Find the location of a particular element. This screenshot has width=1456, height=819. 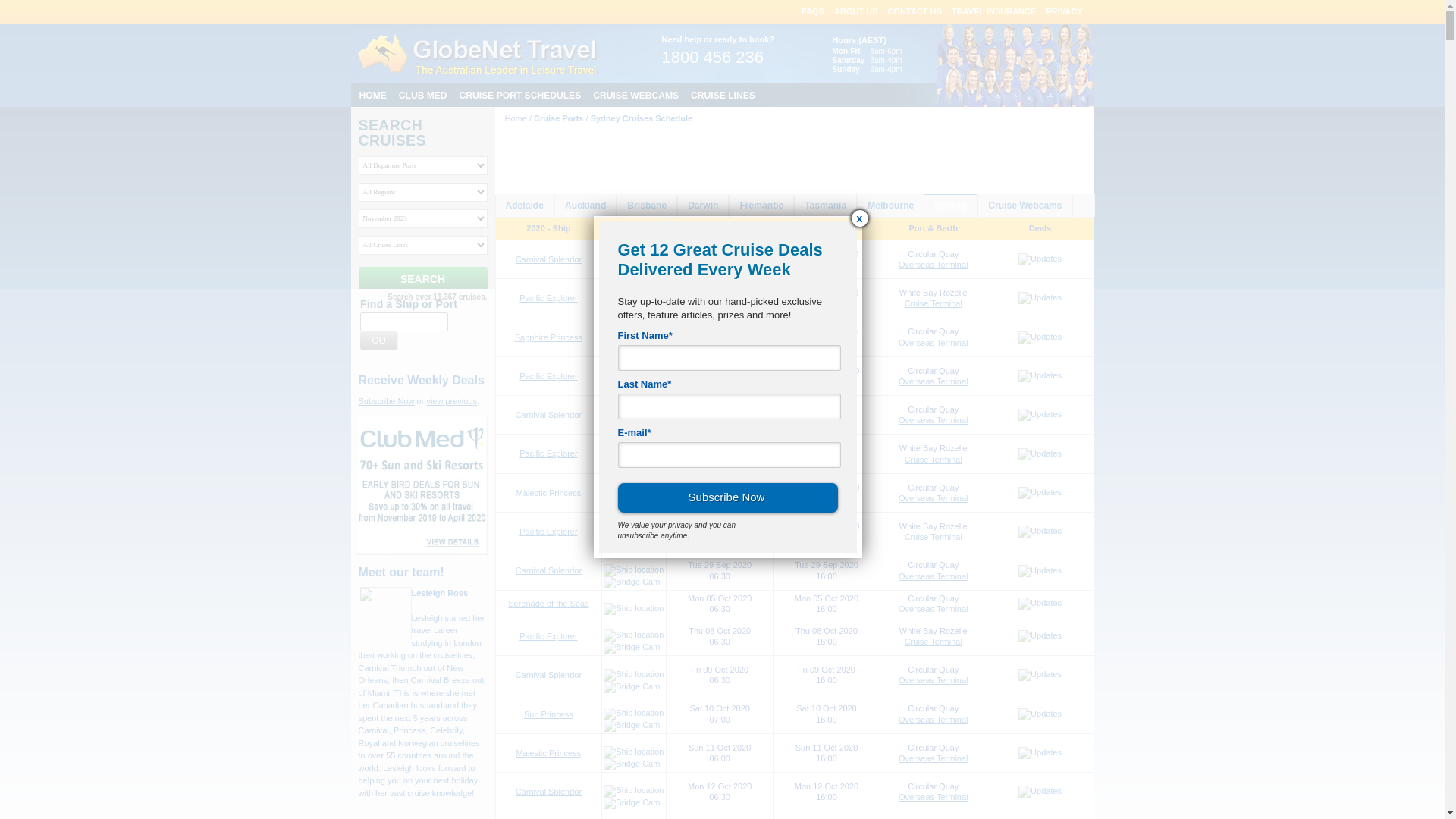

'Bridge Cam' is located at coordinates (632, 647).